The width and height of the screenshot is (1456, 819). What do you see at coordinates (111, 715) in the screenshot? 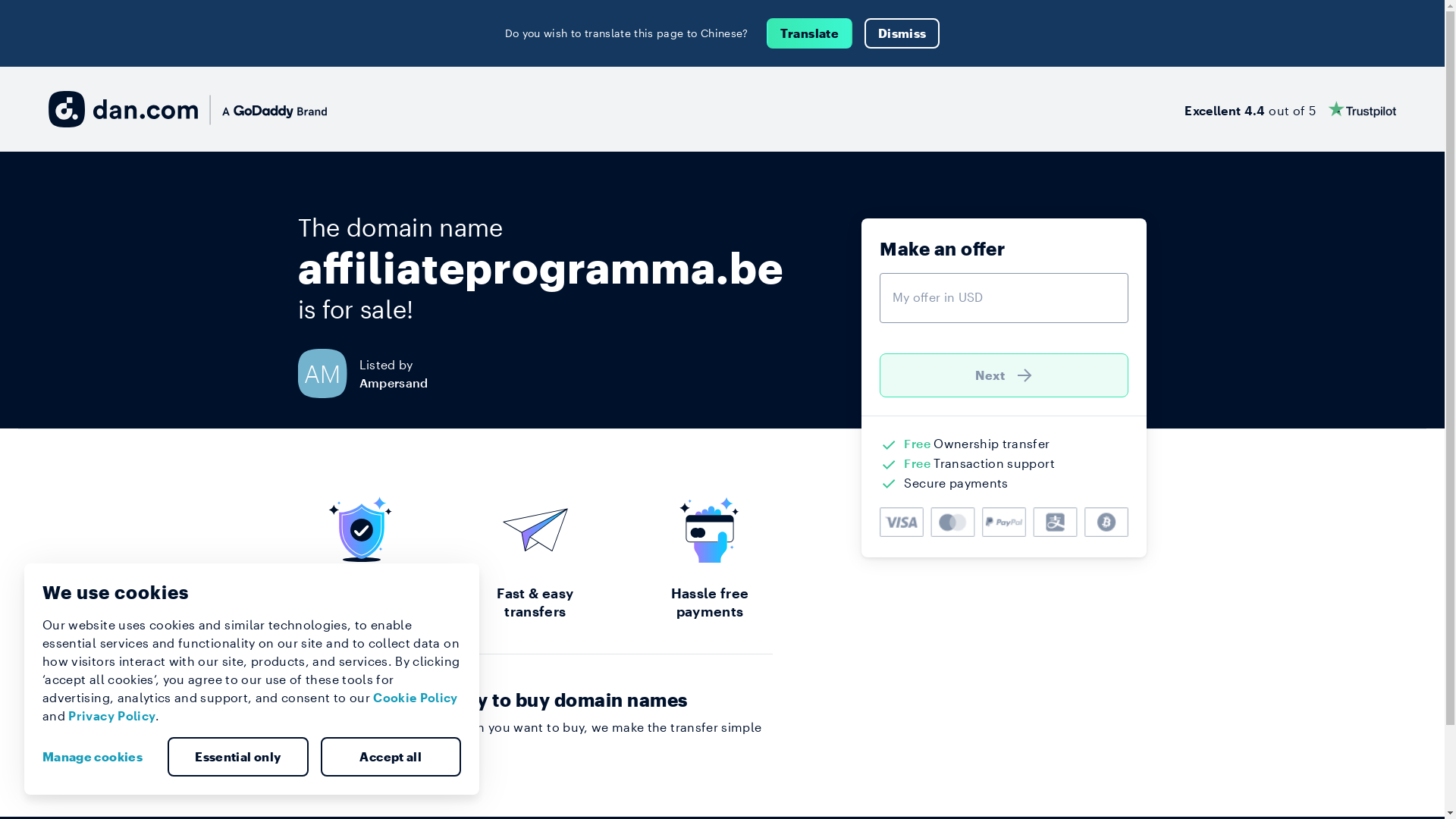
I see `'Privacy Policy'` at bounding box center [111, 715].